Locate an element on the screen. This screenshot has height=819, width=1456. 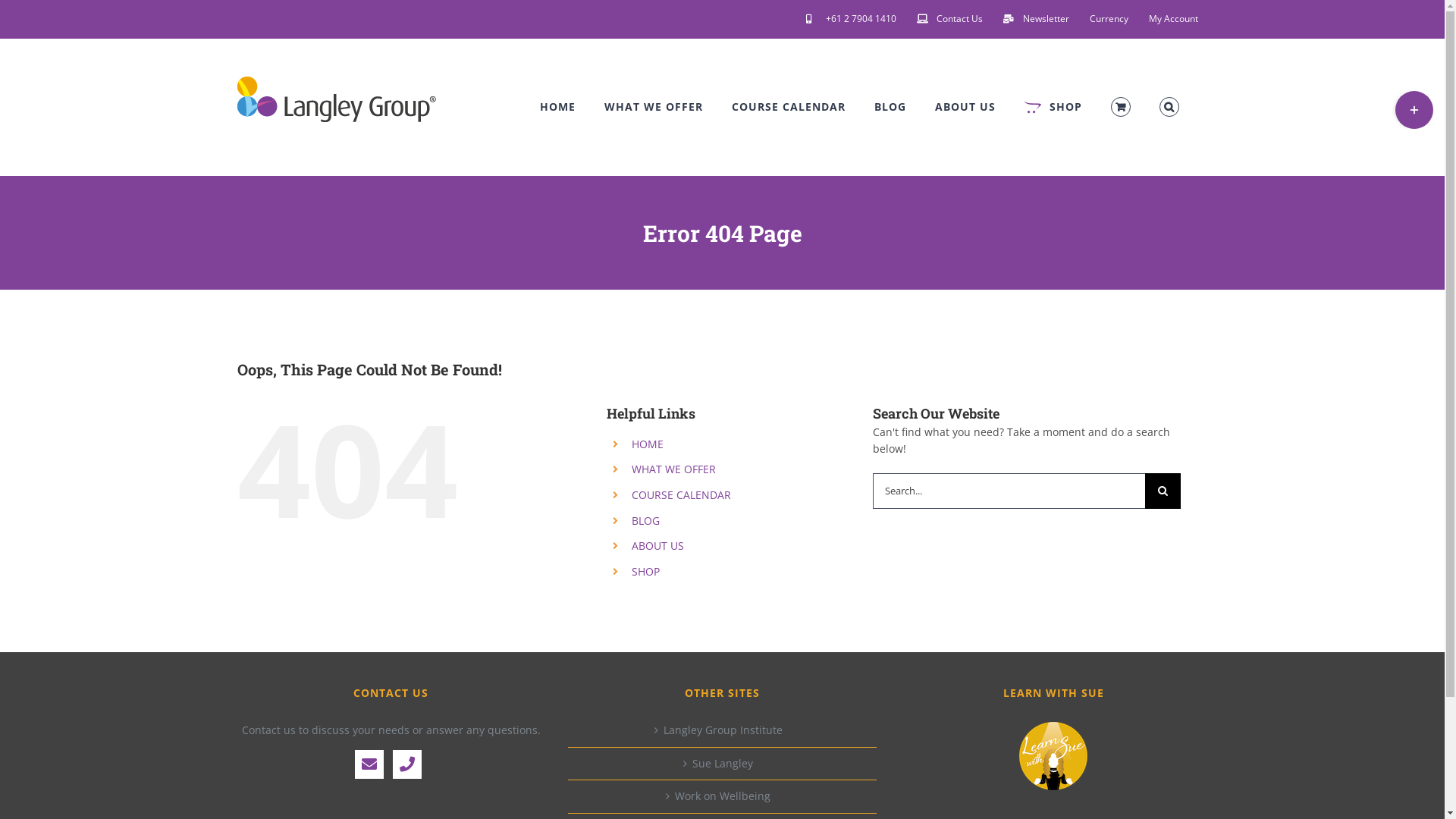
'COURSE CALENDAR' is located at coordinates (680, 494).